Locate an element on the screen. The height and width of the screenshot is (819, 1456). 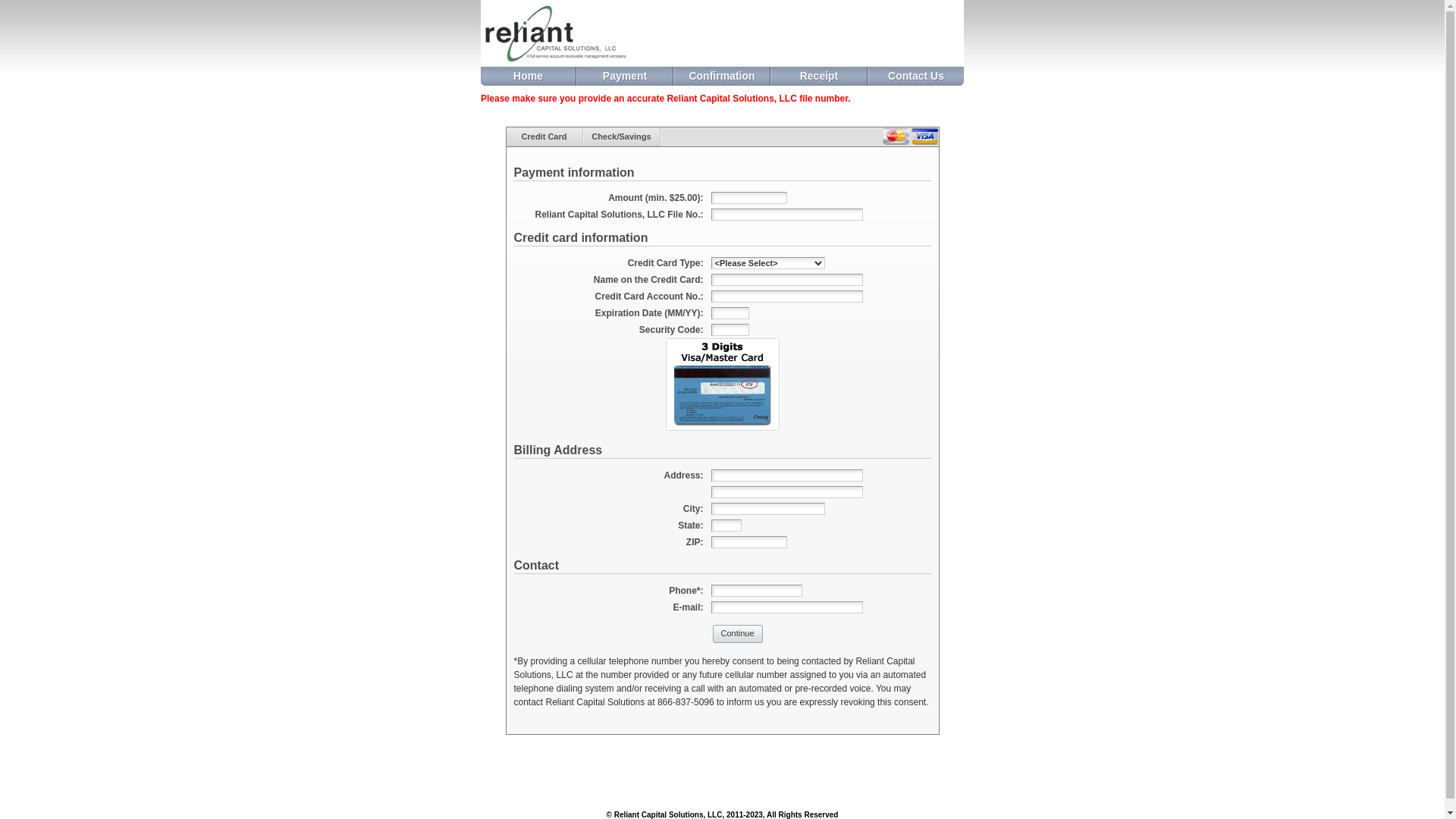
'Receipt' is located at coordinates (818, 76).